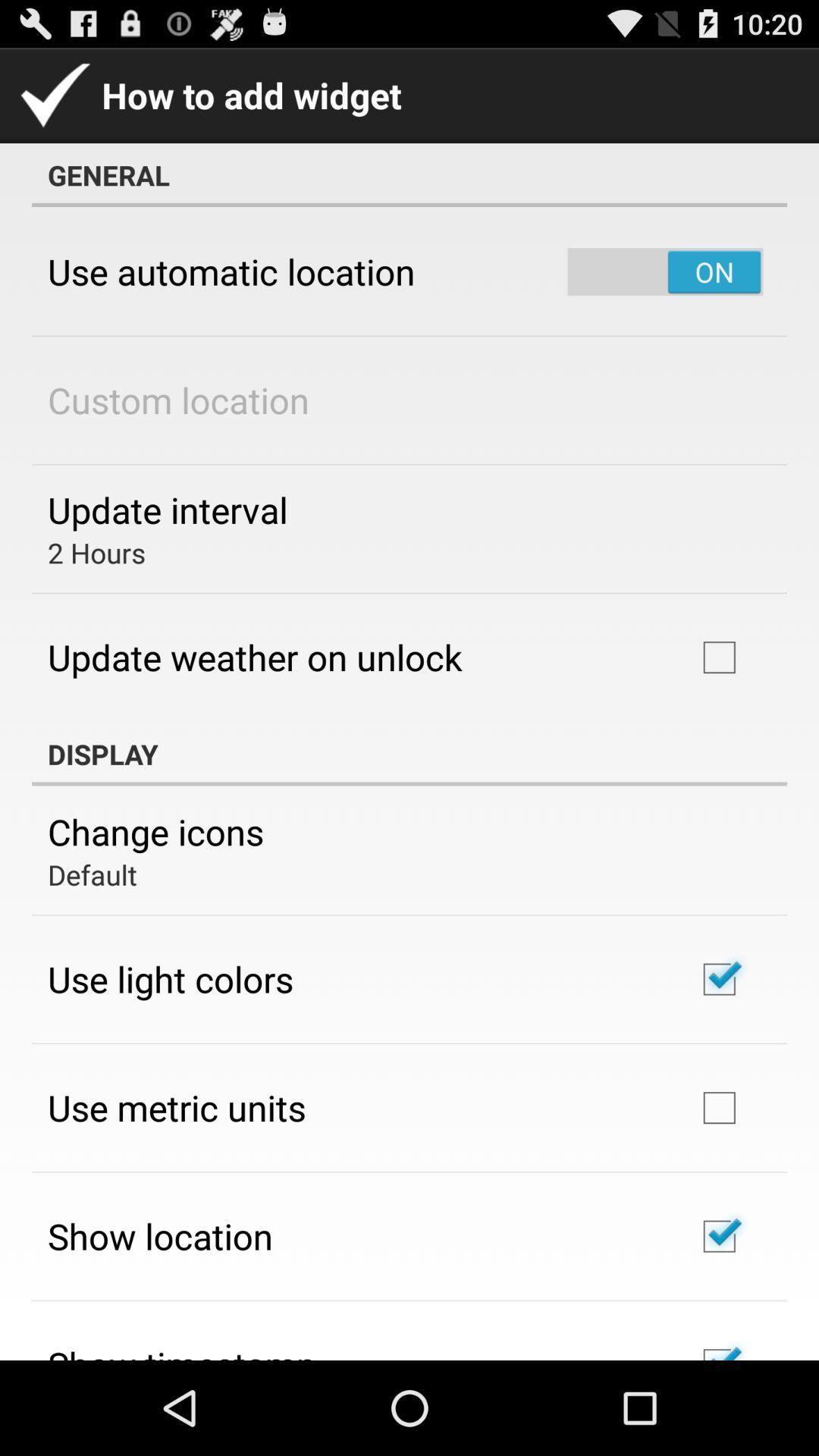 This screenshot has height=1456, width=819. I want to click on the display app, so click(409, 754).